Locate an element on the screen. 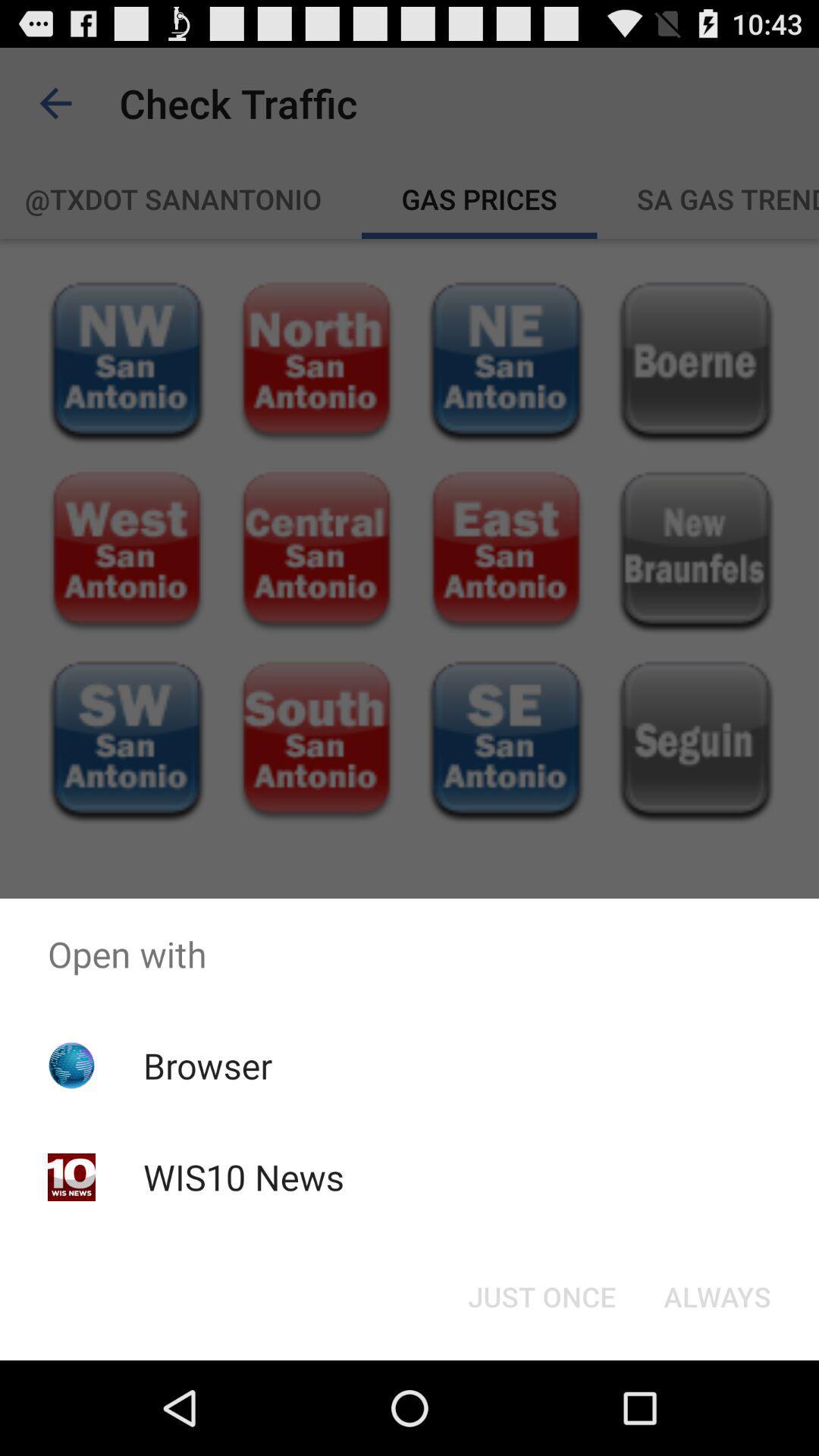 Image resolution: width=819 pixels, height=1456 pixels. item at the bottom is located at coordinates (541, 1295).